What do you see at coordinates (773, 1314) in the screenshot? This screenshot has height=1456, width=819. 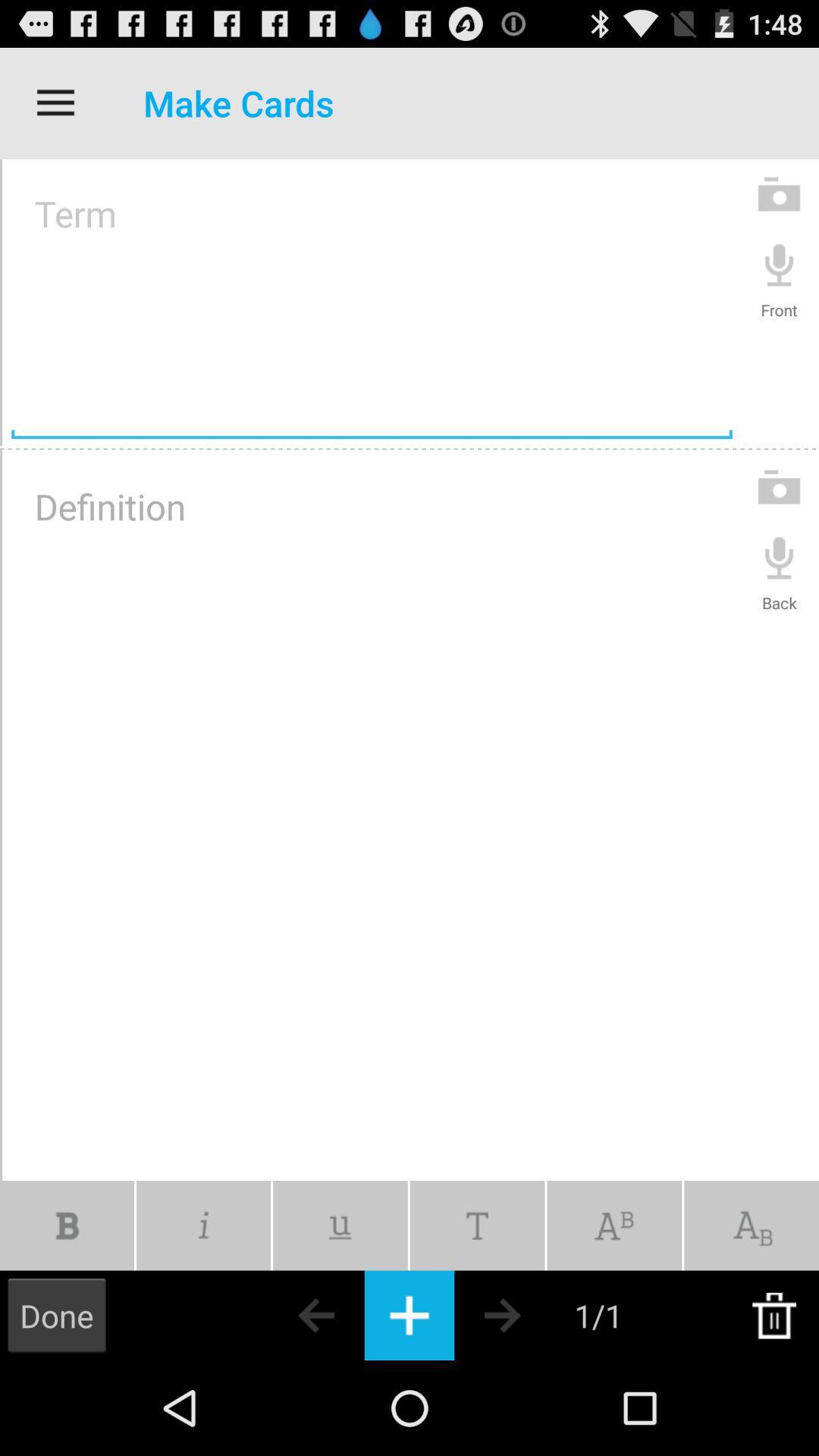 I see `trash` at bounding box center [773, 1314].